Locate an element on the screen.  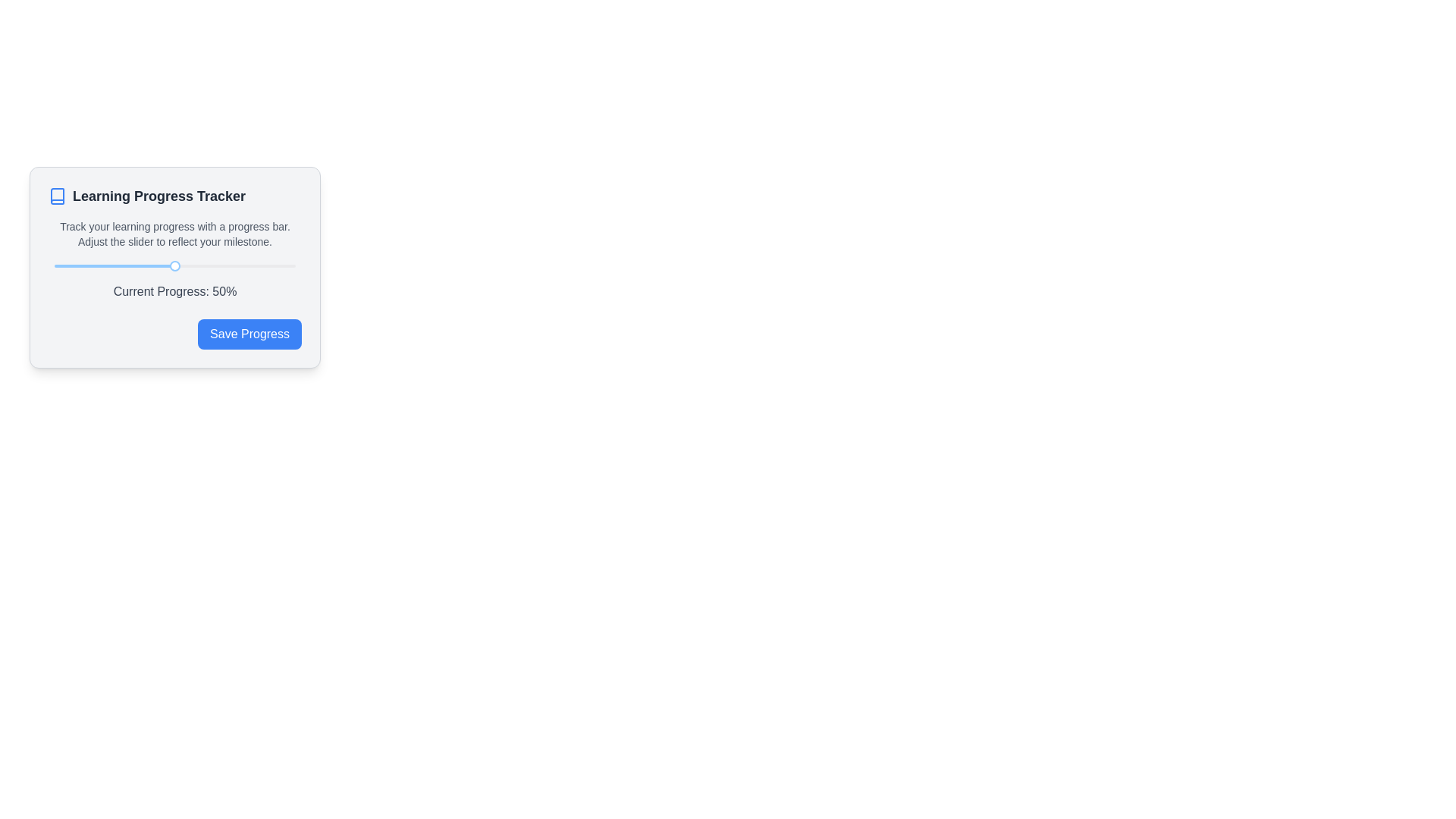
the slider value is located at coordinates (165, 265).